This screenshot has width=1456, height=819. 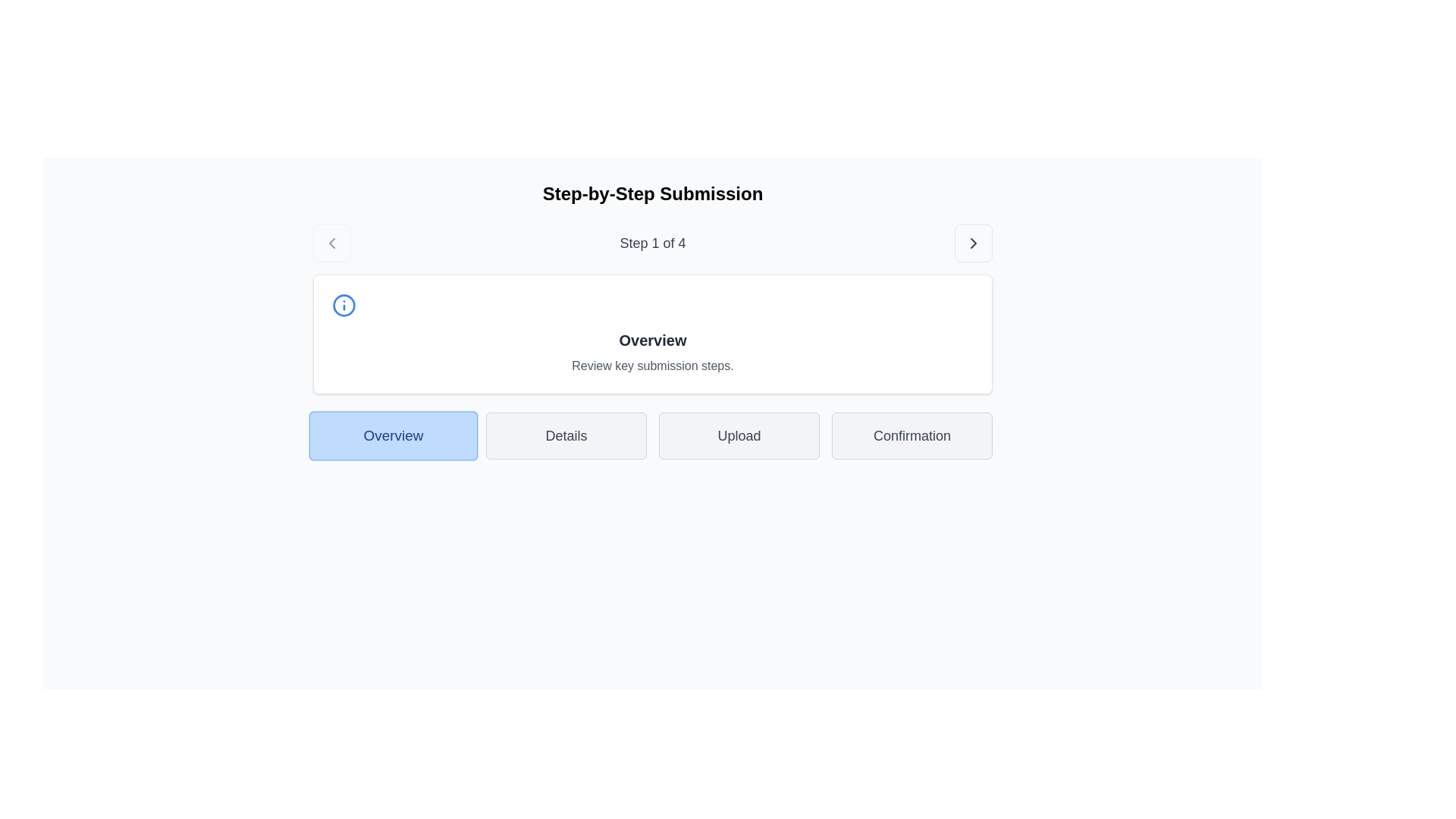 I want to click on the 'Confirmation' text label embedded in the fourth button at the bottom of the page, which is styled in dark gray and bold font, so click(x=912, y=435).